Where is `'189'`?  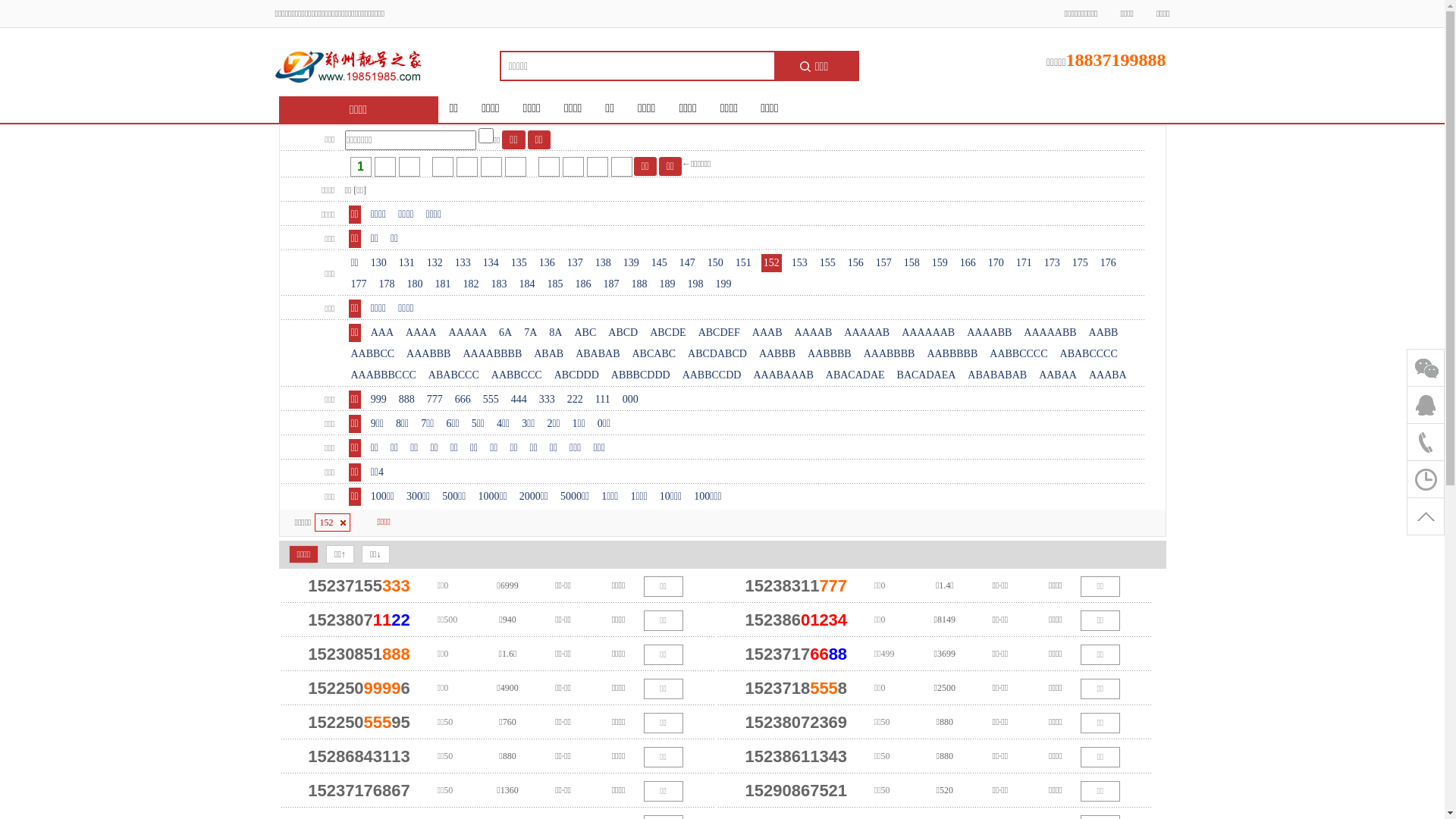 '189' is located at coordinates (667, 284).